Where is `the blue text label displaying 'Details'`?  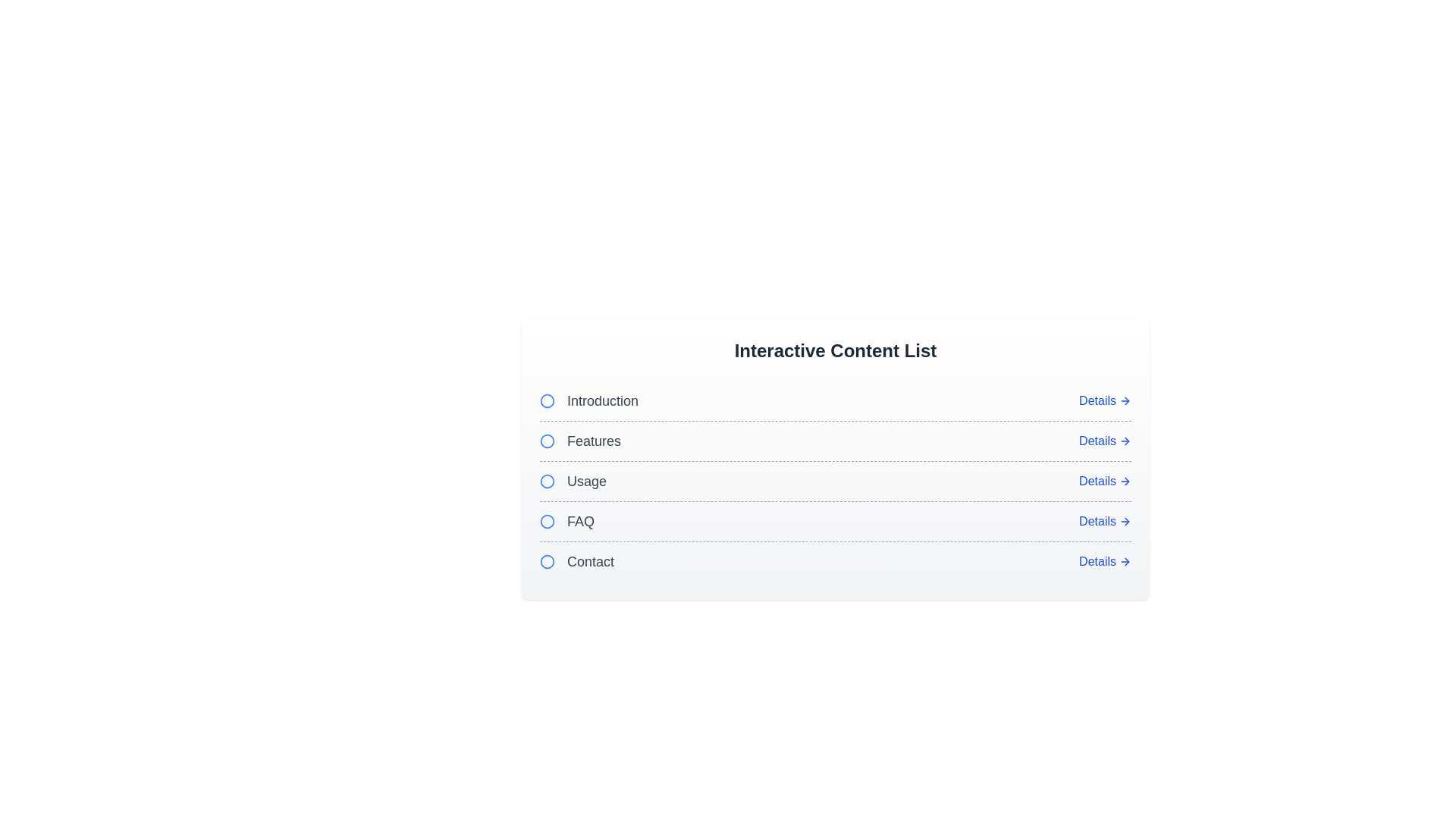 the blue text label displaying 'Details' is located at coordinates (1097, 400).